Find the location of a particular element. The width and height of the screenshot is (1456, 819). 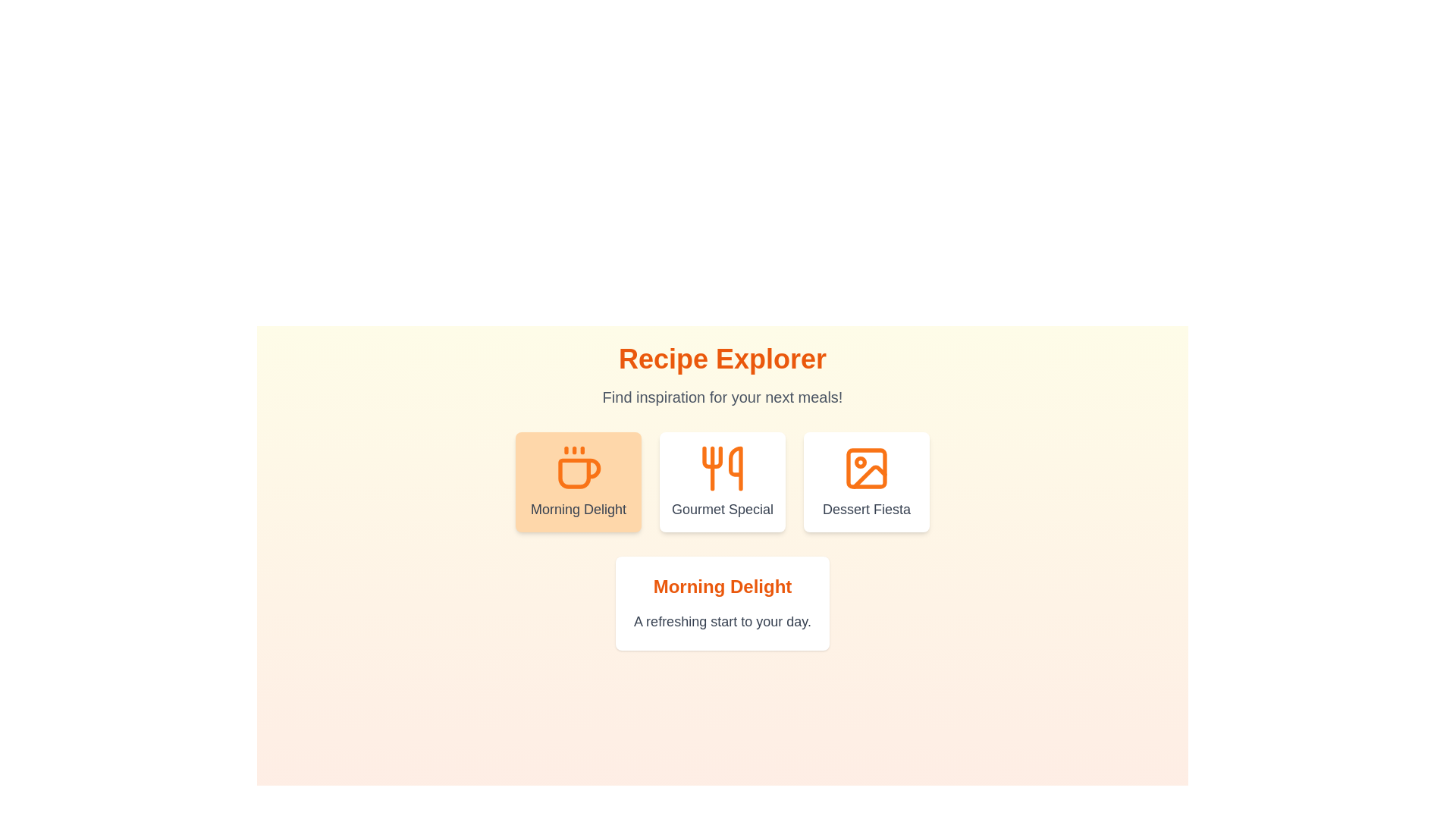

the text label displaying 'Find inspiration for your next meals!' which is centrally located below the title 'Recipe Explorer' is located at coordinates (722, 397).